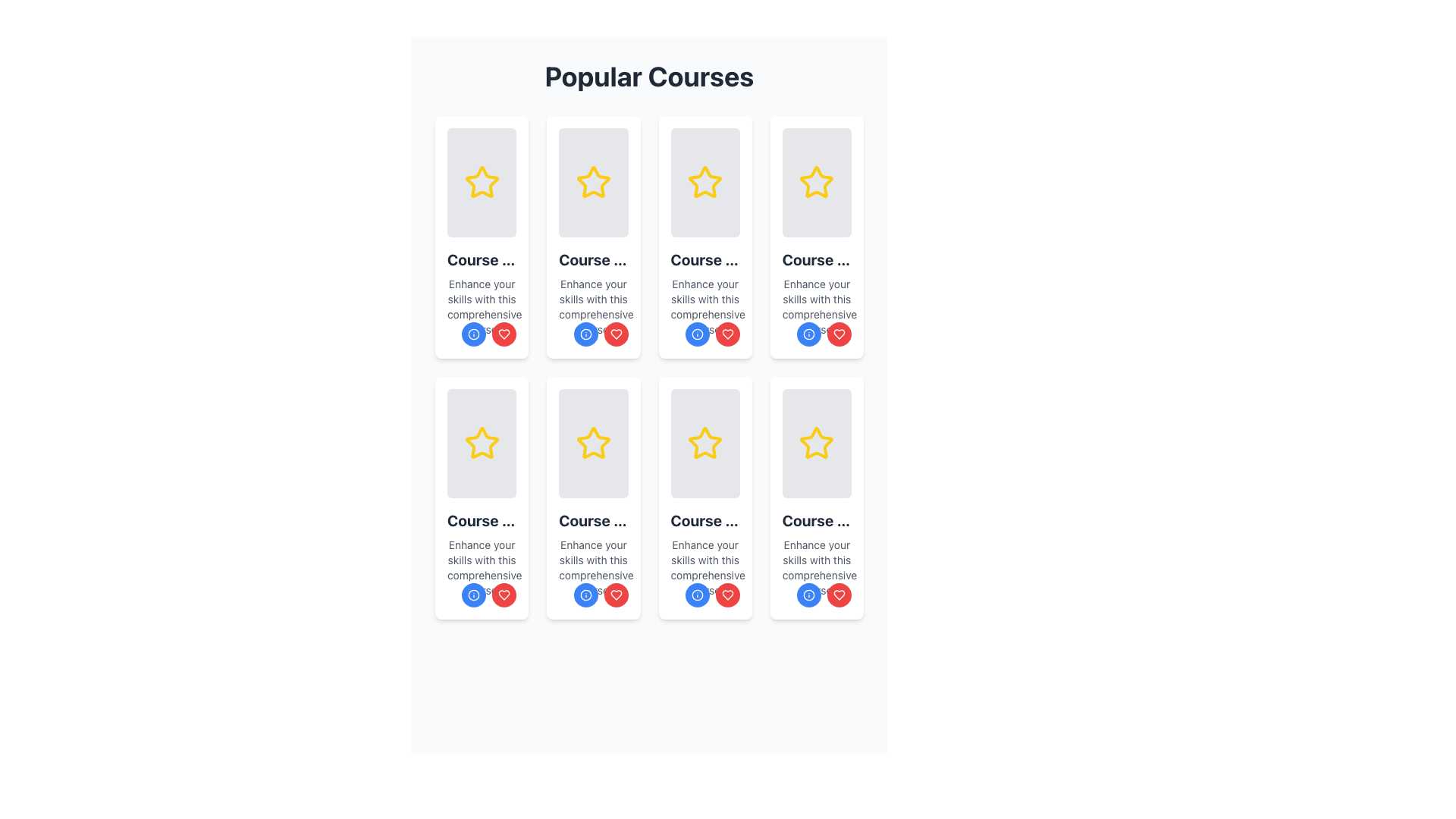 The width and height of the screenshot is (1456, 819). What do you see at coordinates (481, 181) in the screenshot?
I see `the rating icon located in the upper portion of the first card under the 'Popular Courses' header` at bounding box center [481, 181].